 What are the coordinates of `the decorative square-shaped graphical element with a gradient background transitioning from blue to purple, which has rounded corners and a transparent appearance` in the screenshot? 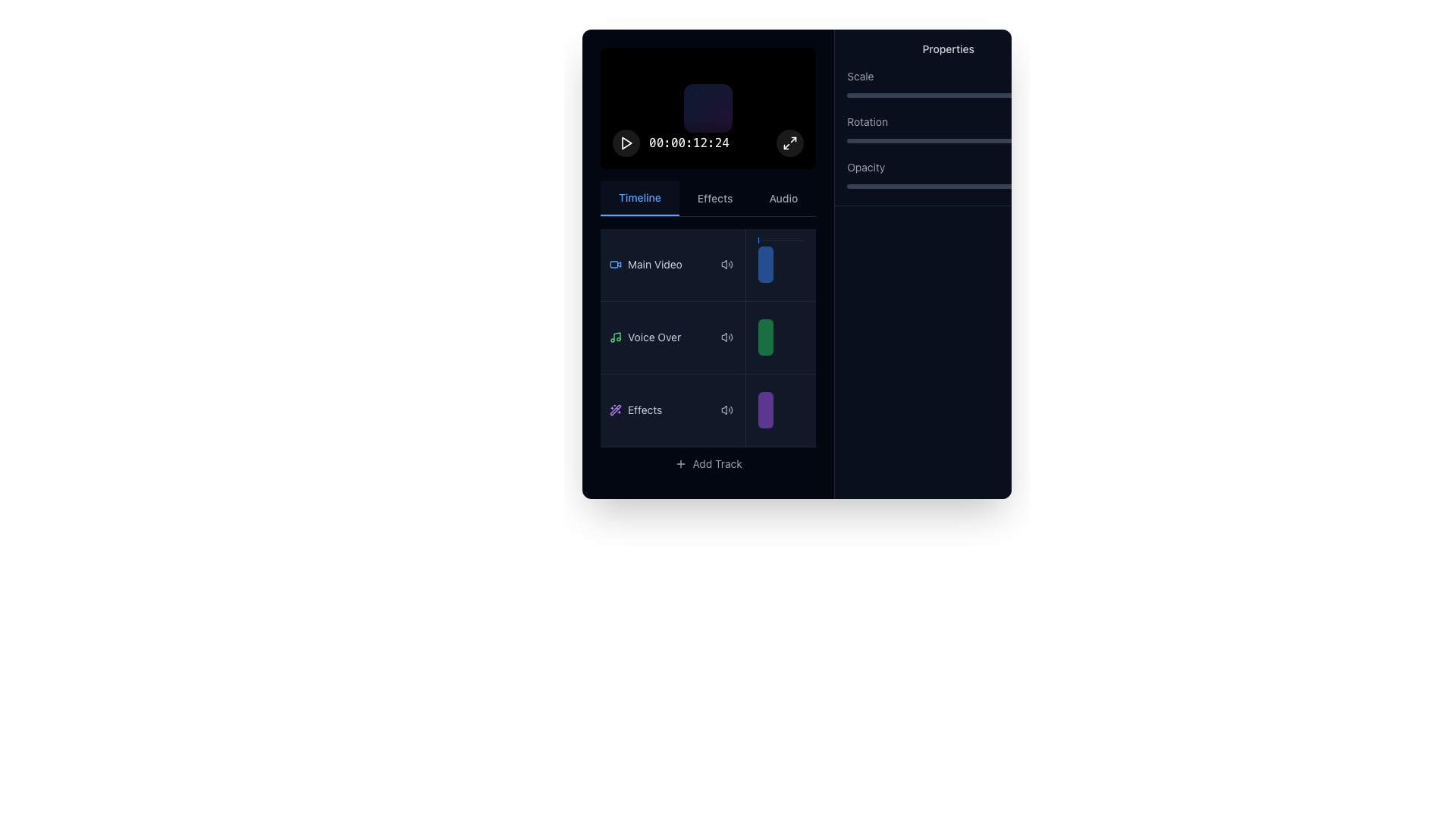 It's located at (708, 107).